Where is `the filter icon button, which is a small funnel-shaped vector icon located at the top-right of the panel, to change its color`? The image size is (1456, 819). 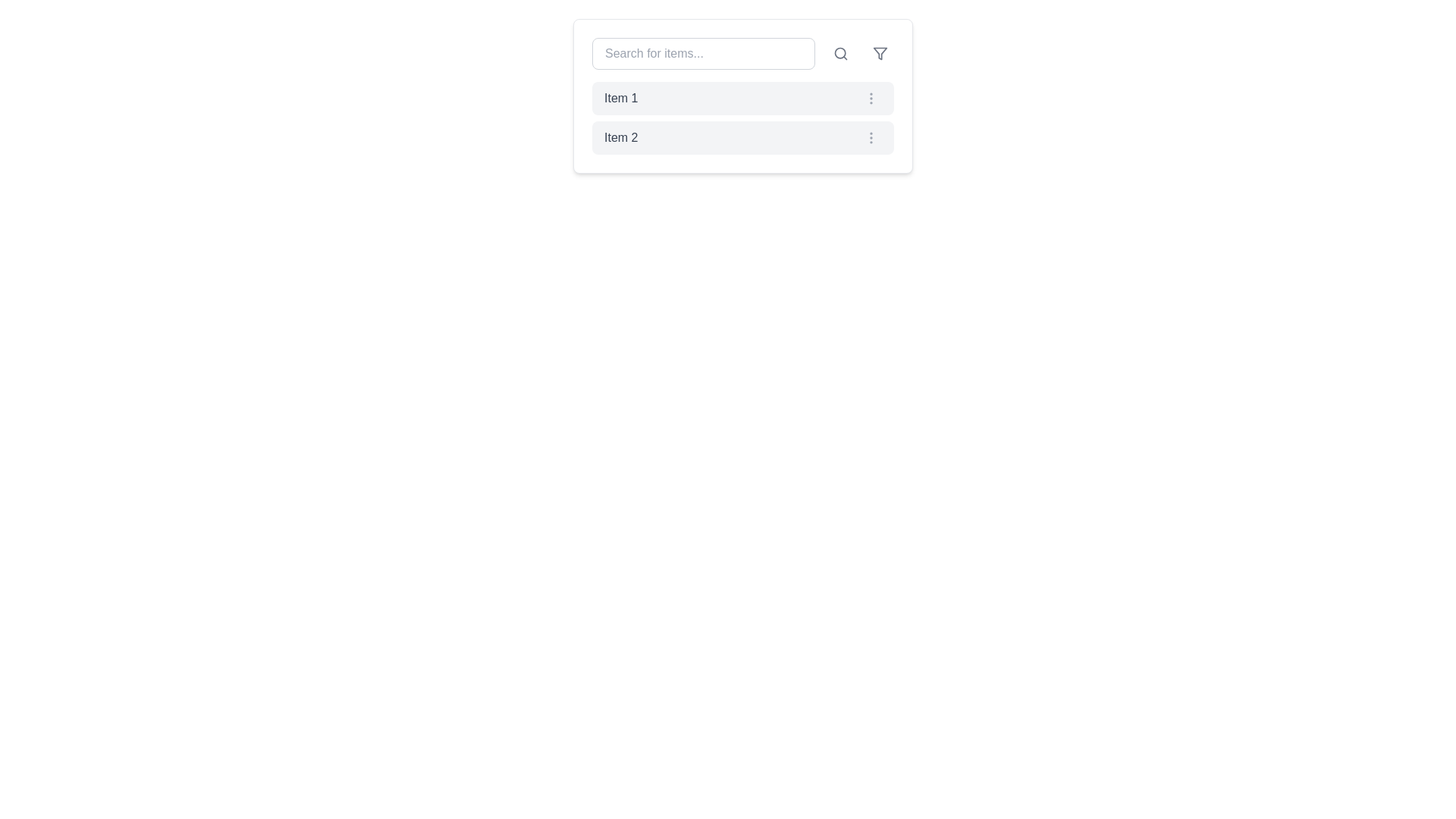
the filter icon button, which is a small funnel-shaped vector icon located at the top-right of the panel, to change its color is located at coordinates (880, 52).